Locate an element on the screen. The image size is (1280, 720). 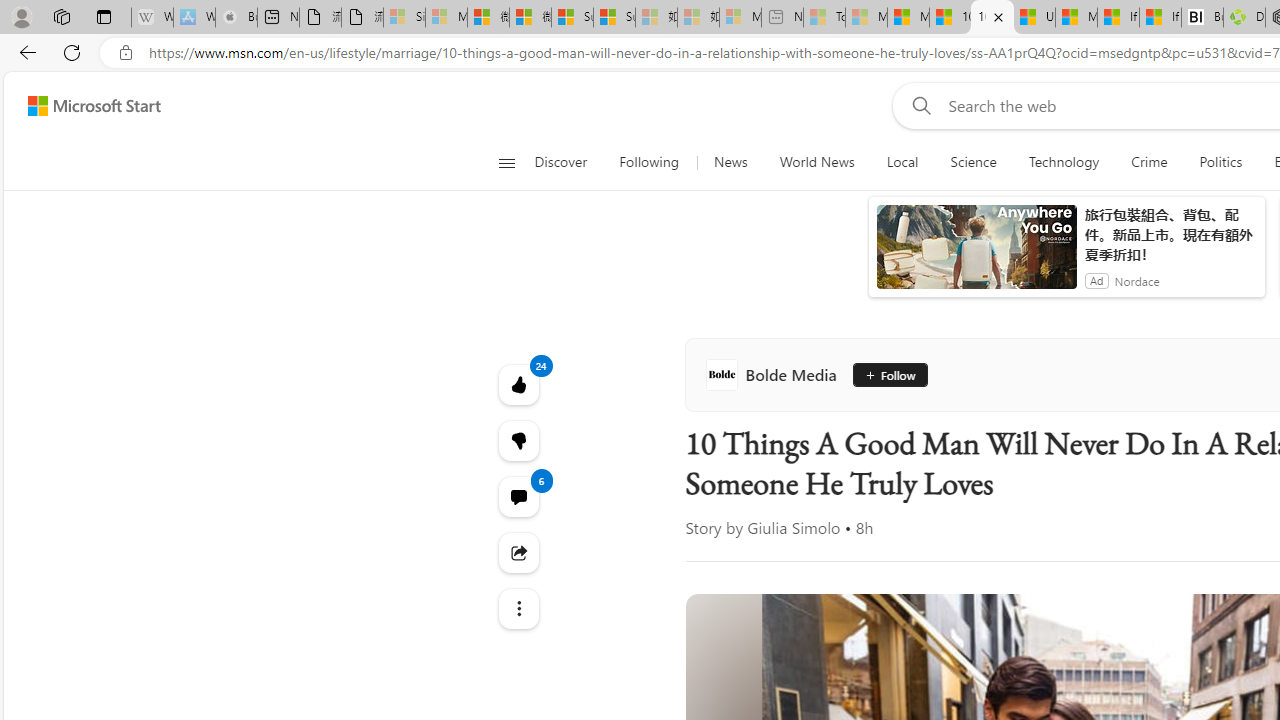
'Politics' is located at coordinates (1220, 162).